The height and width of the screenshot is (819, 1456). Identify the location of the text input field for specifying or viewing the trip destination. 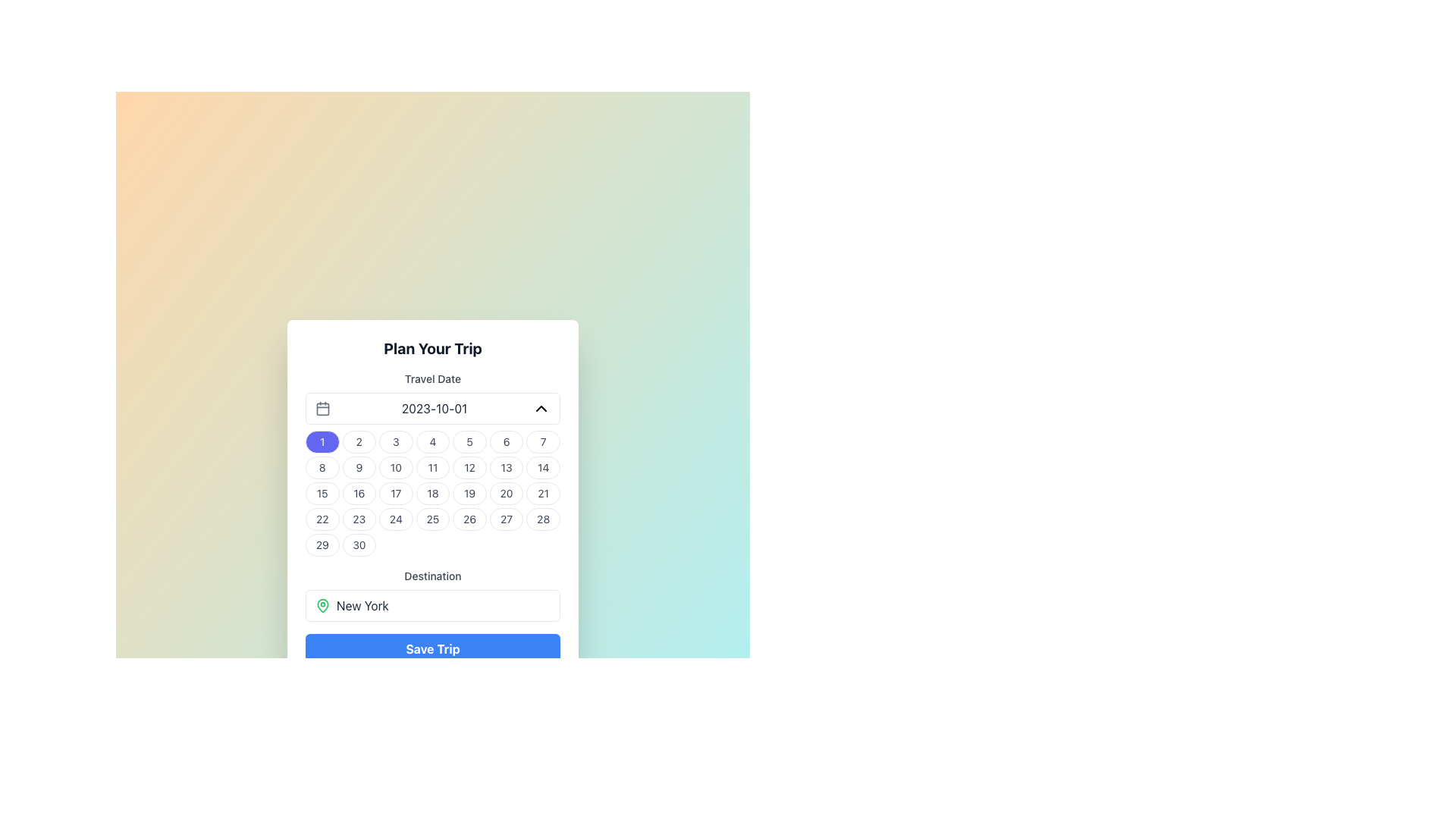
(432, 595).